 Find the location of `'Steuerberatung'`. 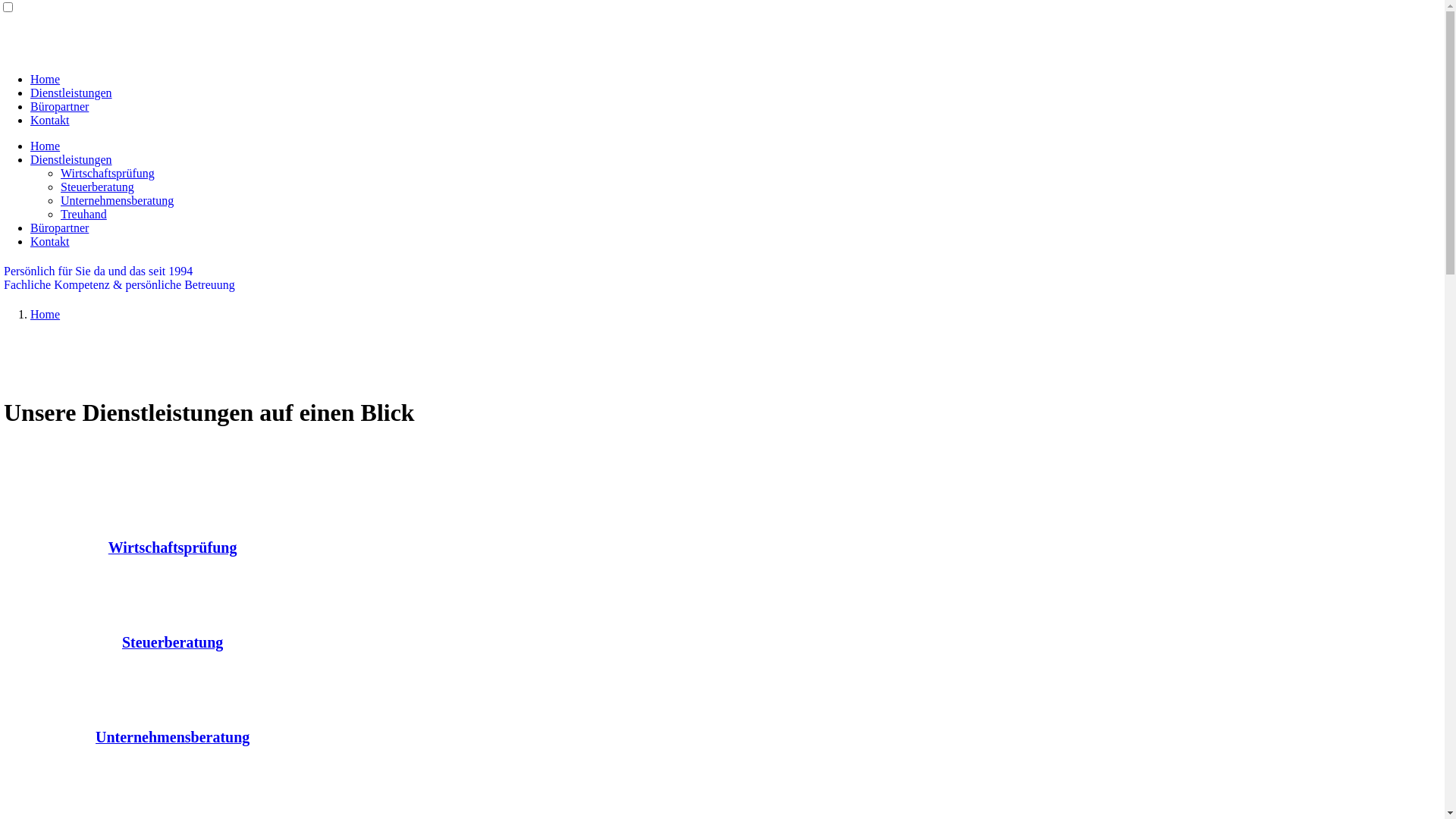

'Steuerberatung' is located at coordinates (61, 186).